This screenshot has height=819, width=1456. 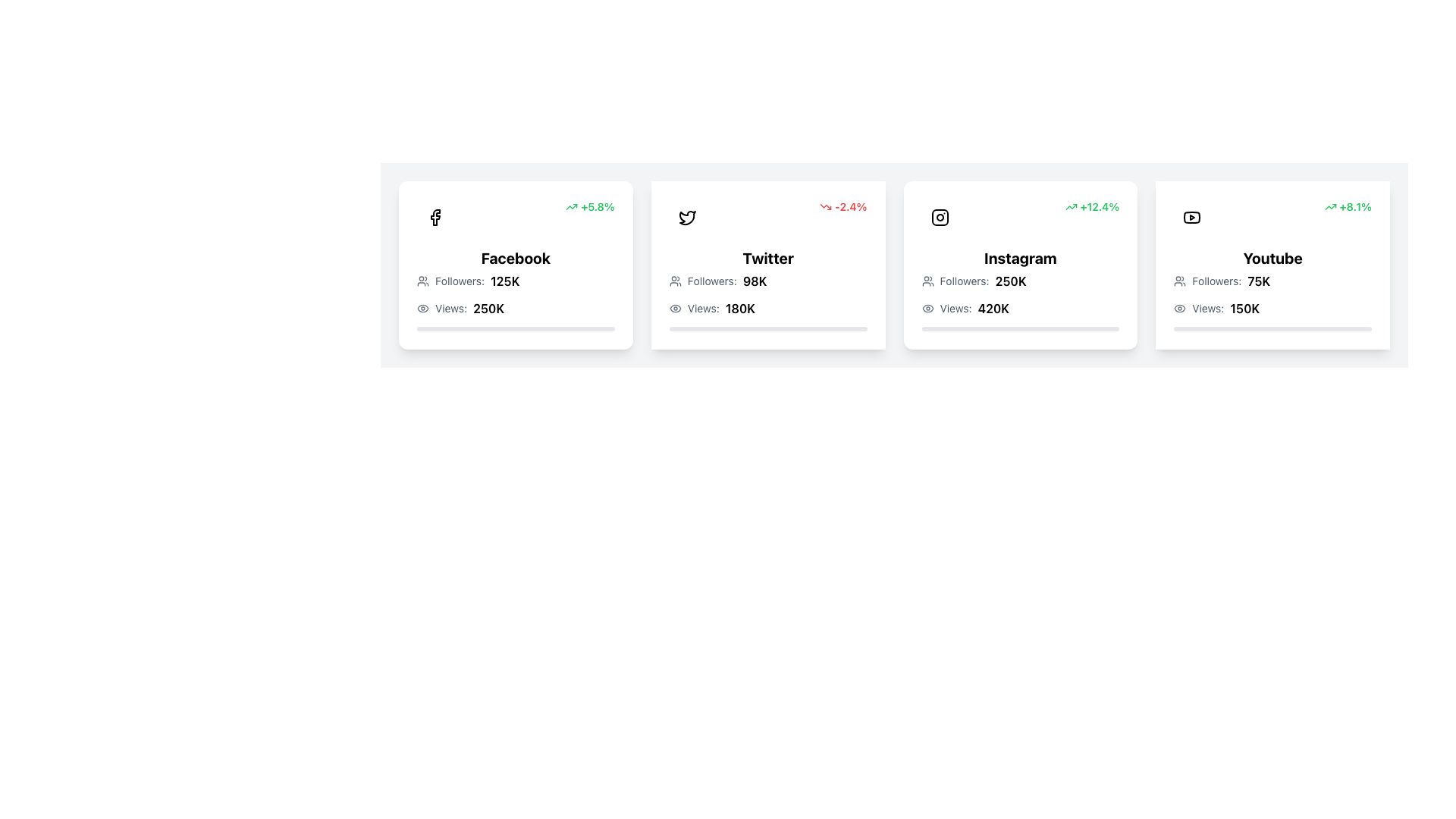 What do you see at coordinates (768, 257) in the screenshot?
I see `the bold, large text reading 'Twitter' which is centrally located within the second card in a series of horizontally aligned cards` at bounding box center [768, 257].